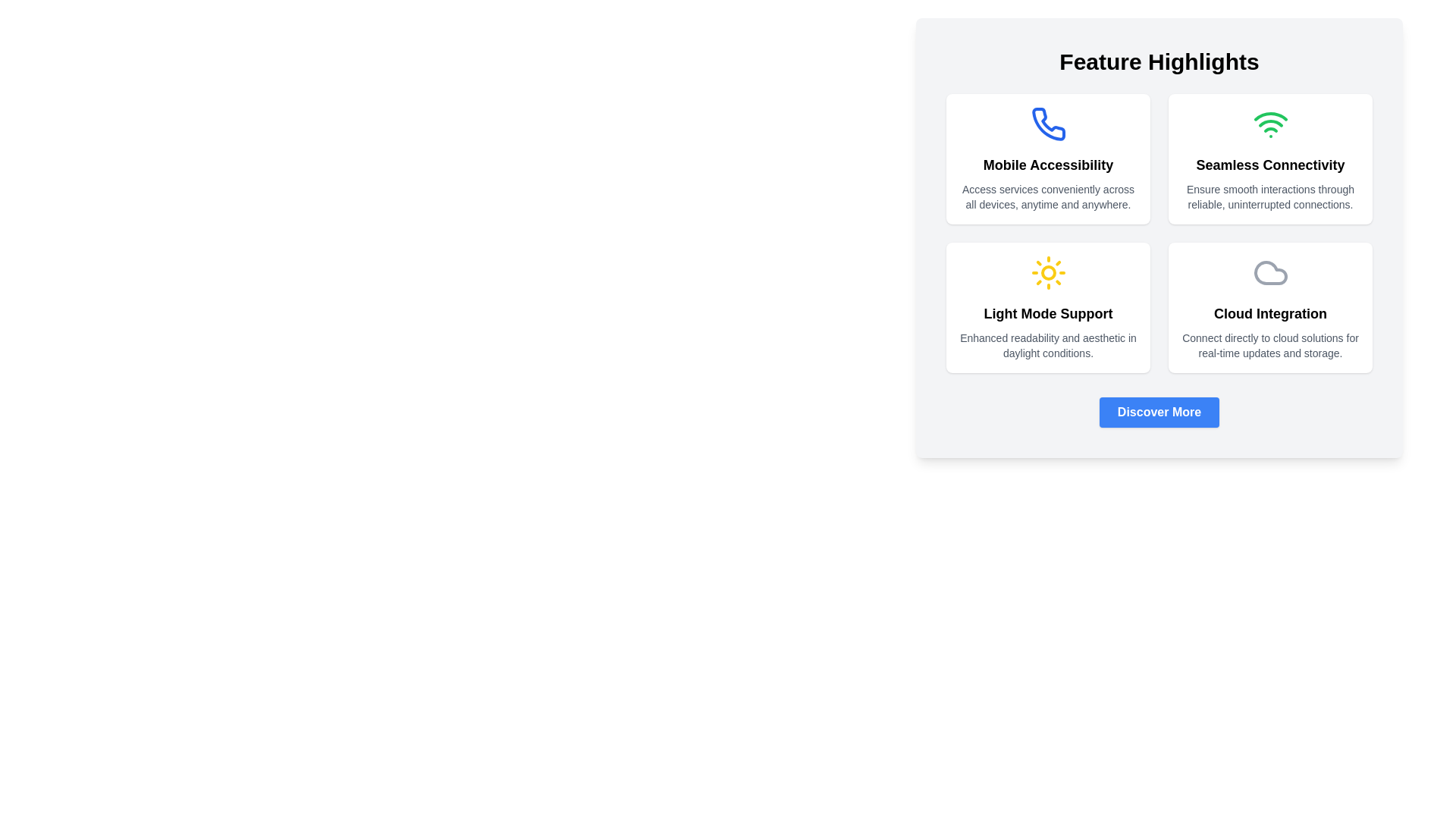 The height and width of the screenshot is (819, 1456). I want to click on 'Cloud Integration' text label for debugging purposes, which is styled with a bold font and located in the lower-right box of a 2x2 grid in the highlighted feature section, so click(1270, 312).